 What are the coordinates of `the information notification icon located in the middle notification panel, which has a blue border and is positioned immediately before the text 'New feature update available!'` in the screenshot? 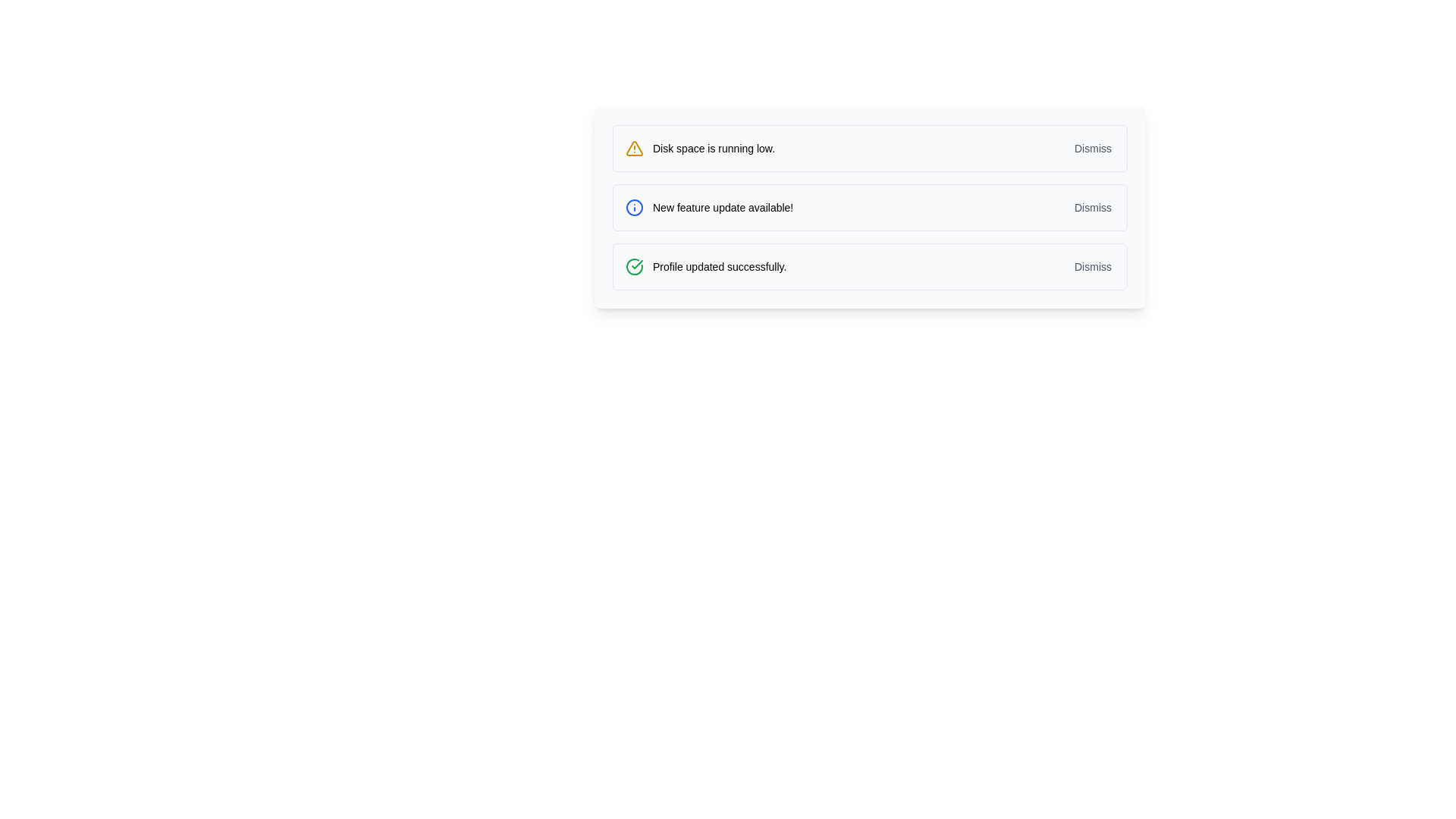 It's located at (634, 207).